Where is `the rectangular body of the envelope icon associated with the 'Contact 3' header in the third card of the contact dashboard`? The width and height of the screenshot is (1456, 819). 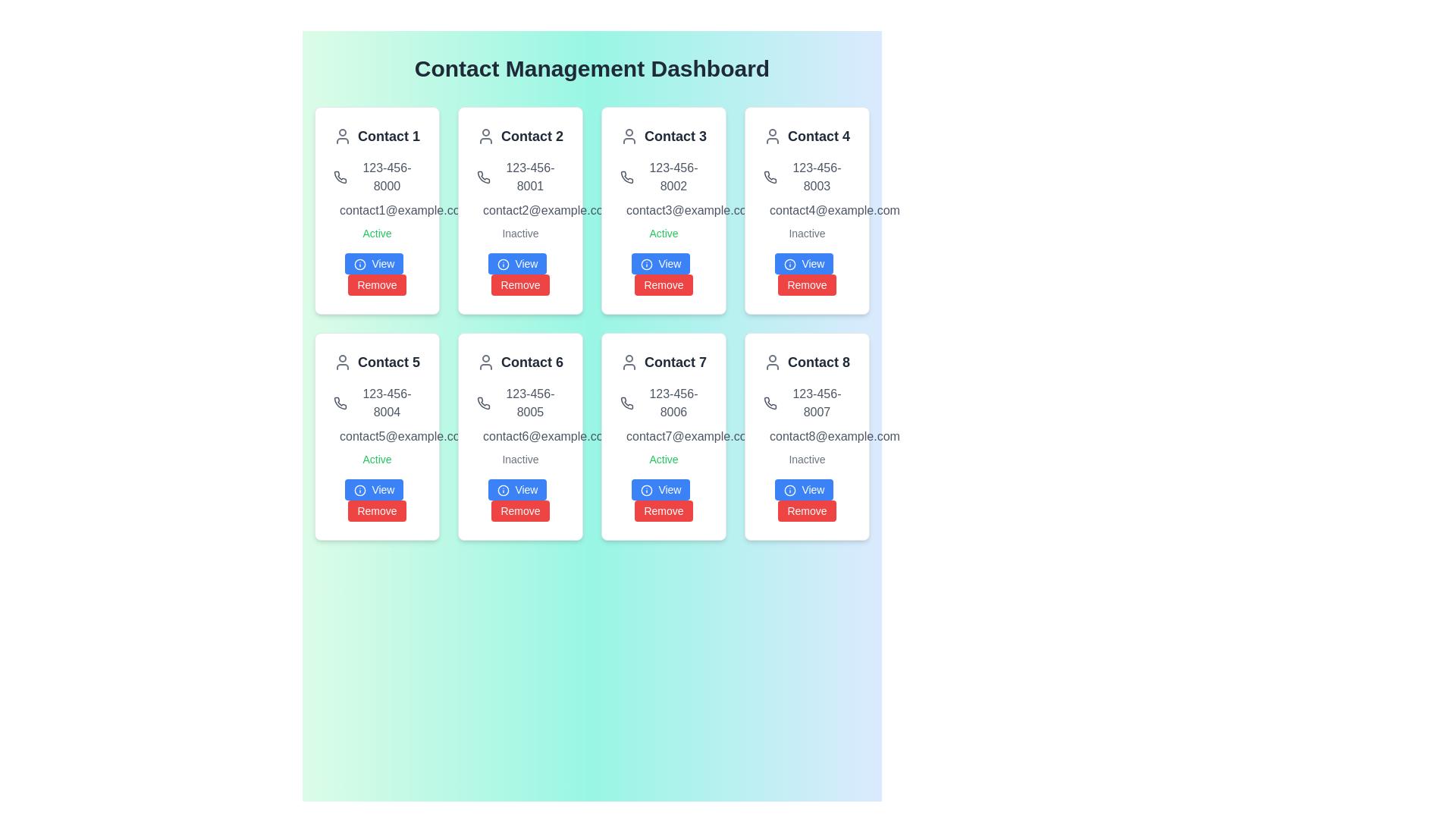 the rectangular body of the envelope icon associated with the 'Contact 3' header in the third card of the contact dashboard is located at coordinates (629, 212).